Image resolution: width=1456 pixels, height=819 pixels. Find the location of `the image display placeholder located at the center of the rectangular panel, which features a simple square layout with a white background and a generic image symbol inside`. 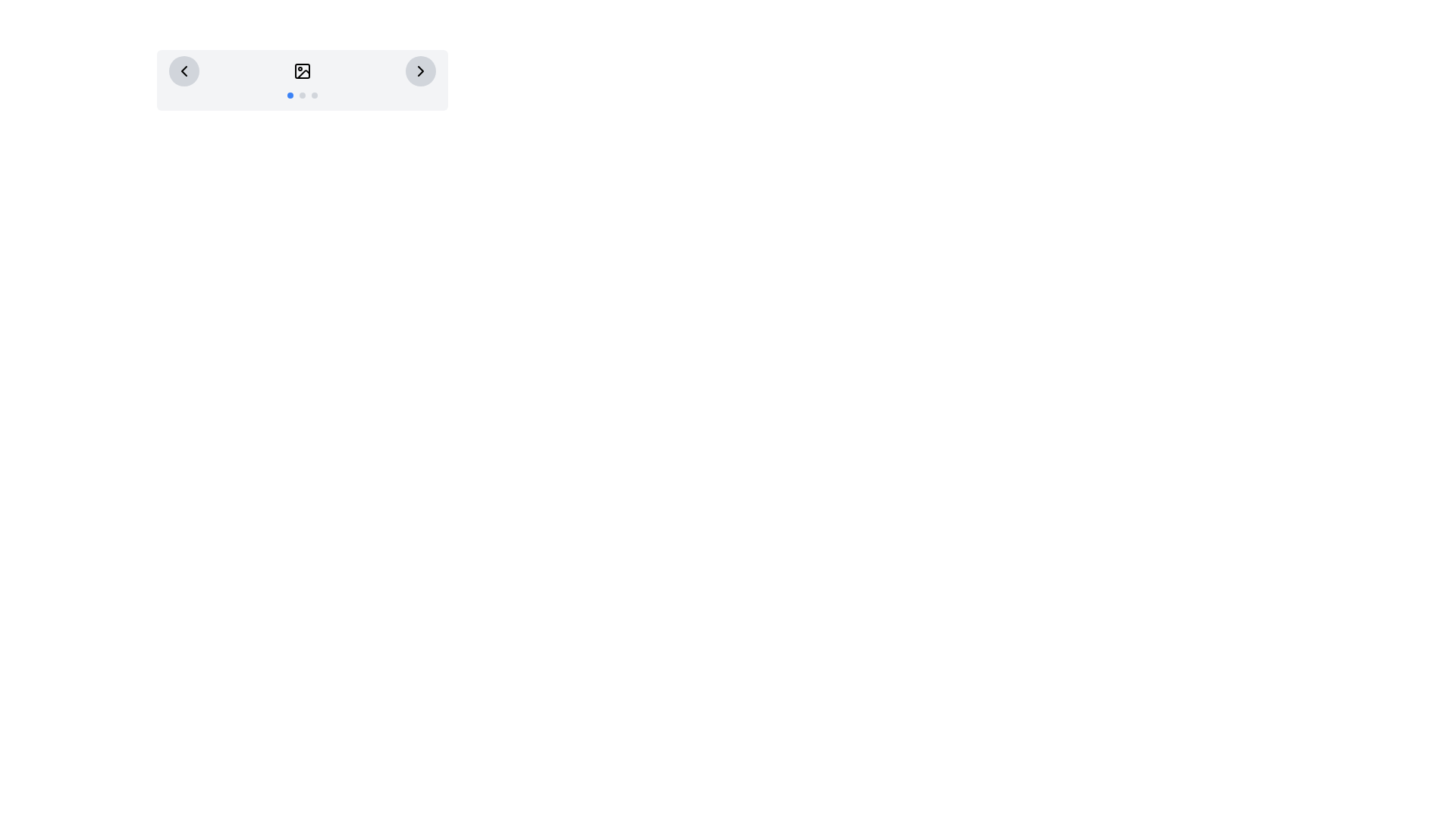

the image display placeholder located at the center of the rectangular panel, which features a simple square layout with a white background and a generic image symbol inside is located at coordinates (302, 71).